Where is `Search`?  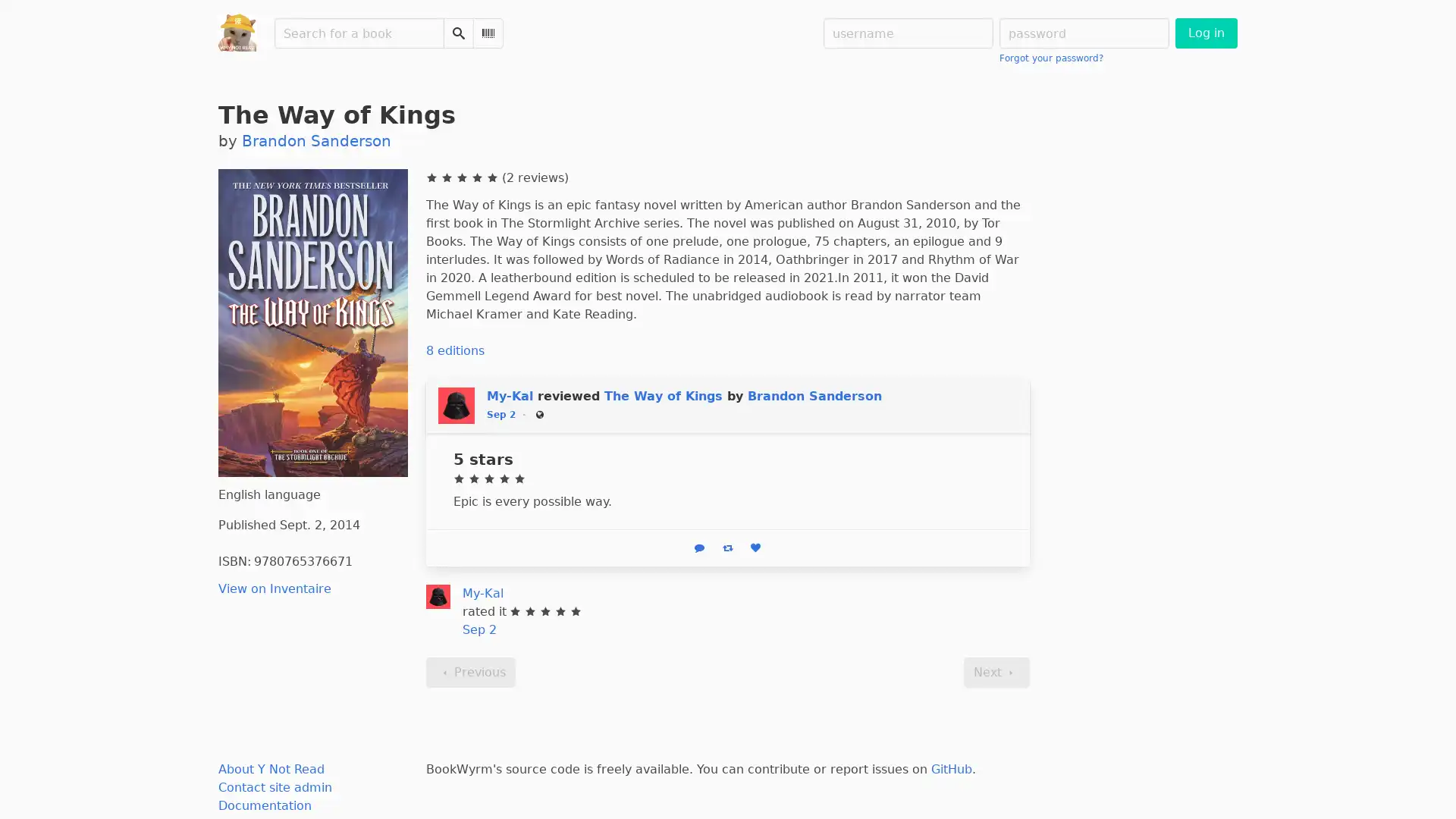 Search is located at coordinates (457, 33).